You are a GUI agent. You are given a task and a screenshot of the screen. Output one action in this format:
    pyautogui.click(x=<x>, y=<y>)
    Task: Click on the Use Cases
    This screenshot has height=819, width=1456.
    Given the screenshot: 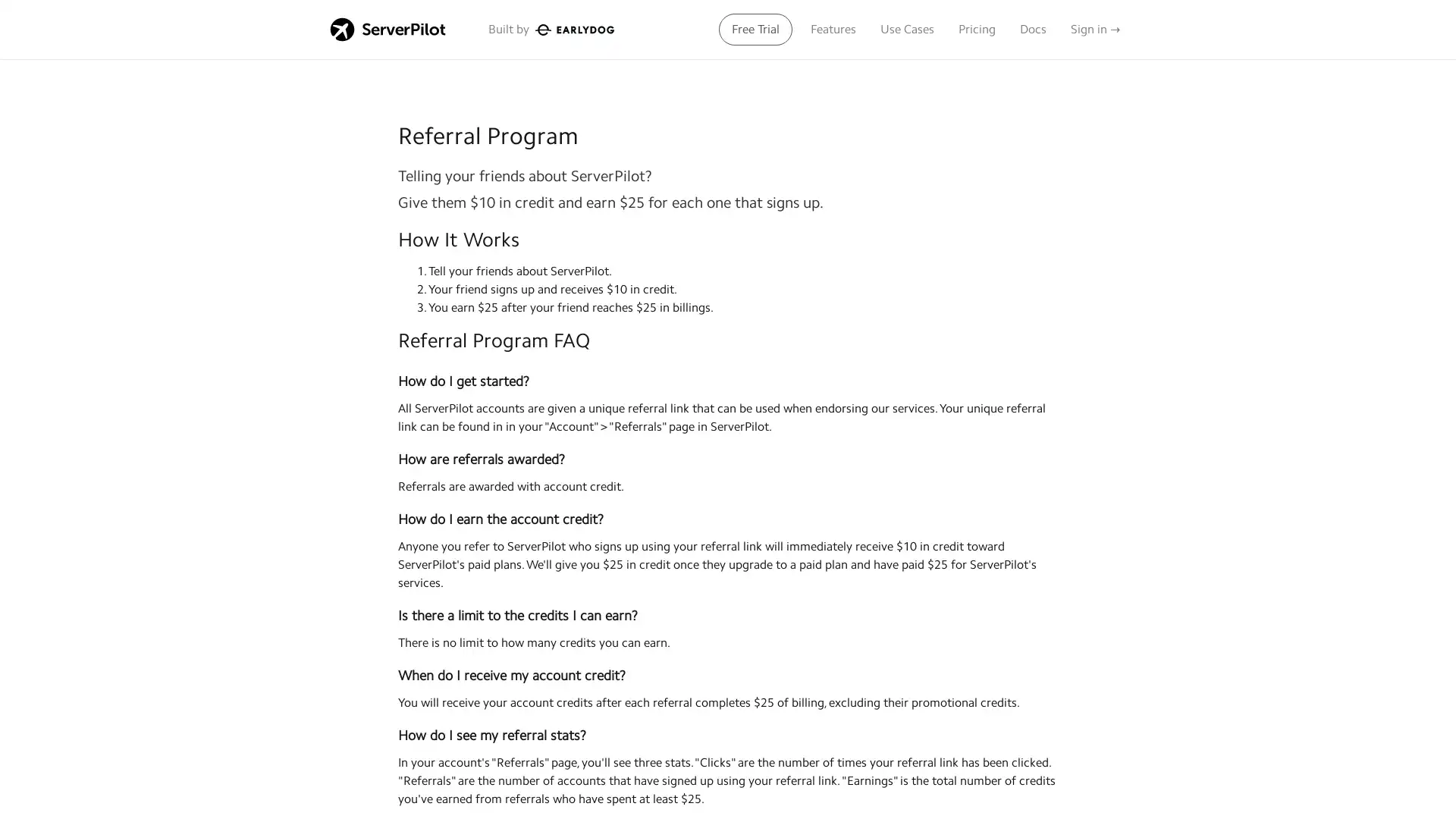 What is the action you would take?
    pyautogui.click(x=907, y=29)
    